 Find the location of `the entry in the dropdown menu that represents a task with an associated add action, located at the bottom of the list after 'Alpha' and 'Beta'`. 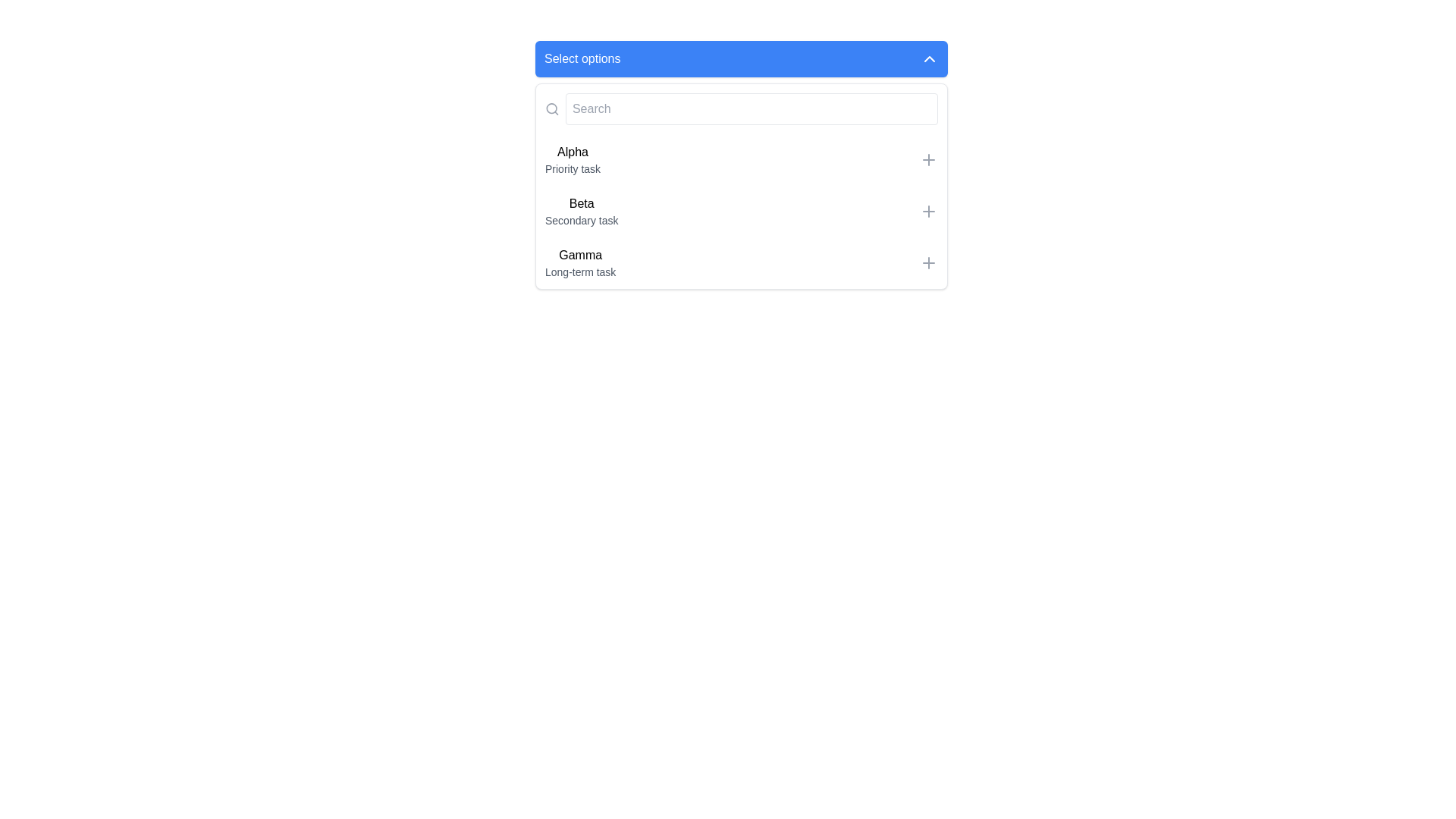

the entry in the dropdown menu that represents a task with an associated add action, located at the bottom of the list after 'Alpha' and 'Beta' is located at coordinates (742, 262).